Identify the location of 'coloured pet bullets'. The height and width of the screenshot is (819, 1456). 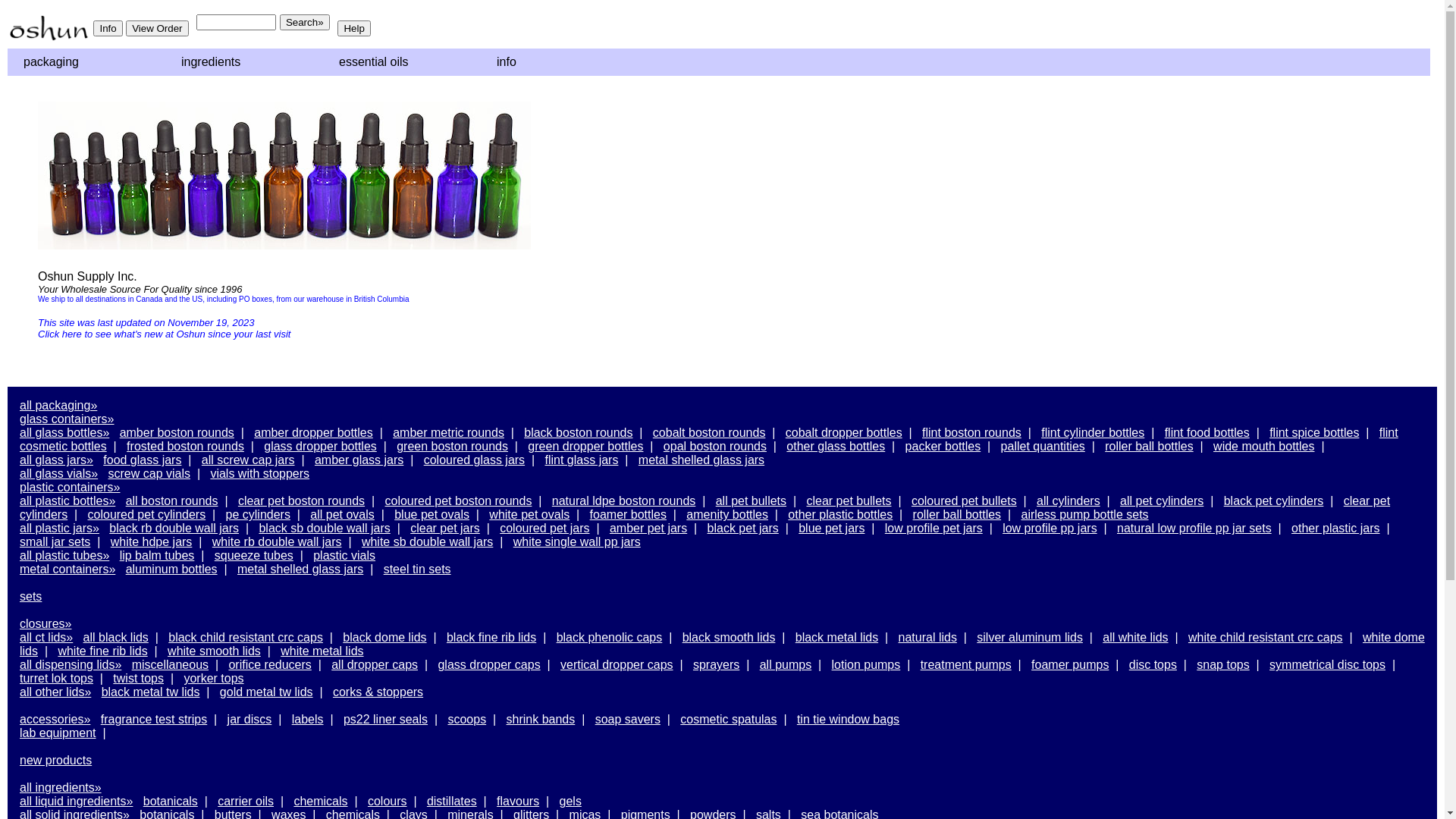
(963, 500).